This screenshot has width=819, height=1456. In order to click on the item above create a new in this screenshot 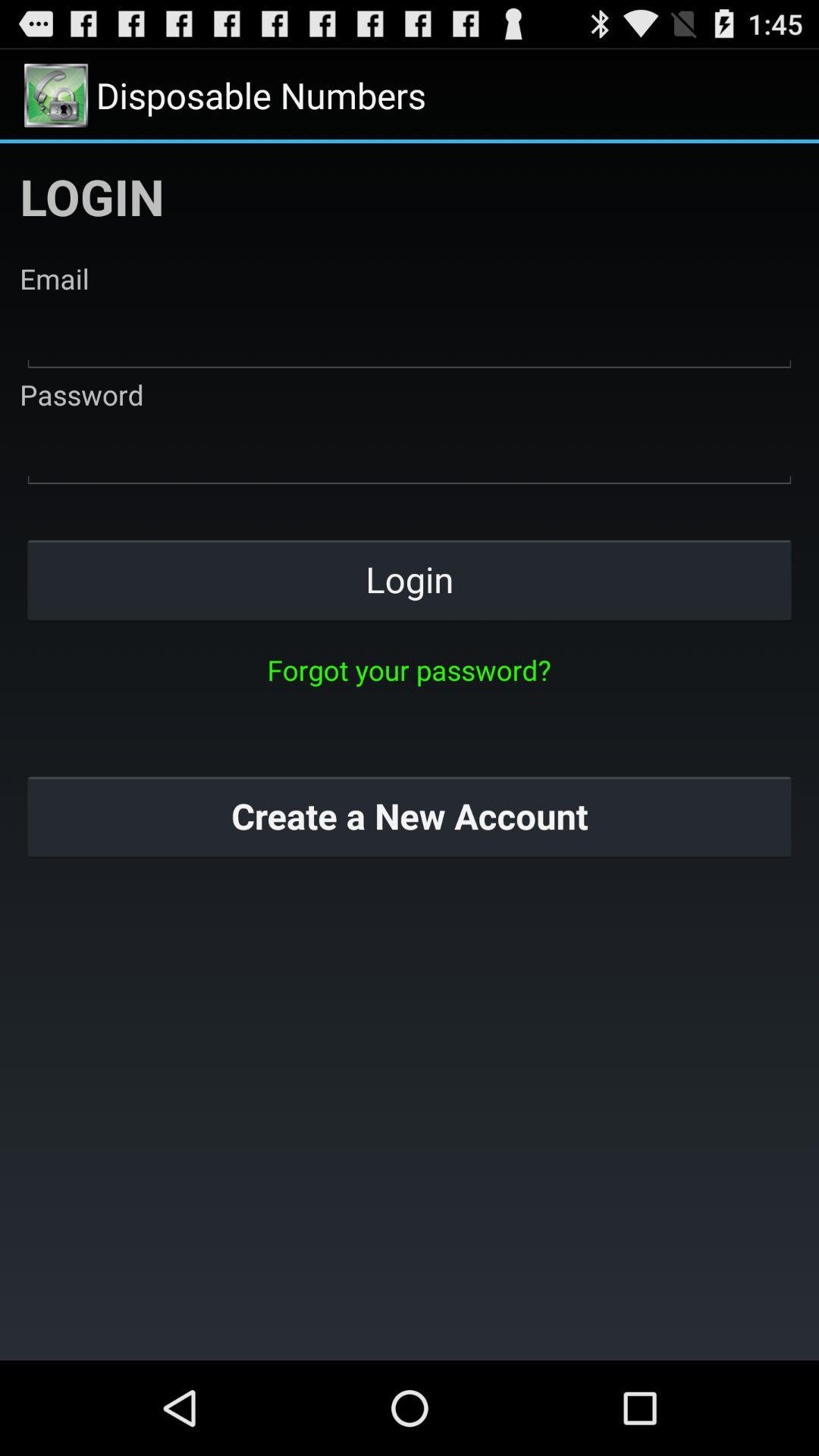, I will do `click(408, 669)`.